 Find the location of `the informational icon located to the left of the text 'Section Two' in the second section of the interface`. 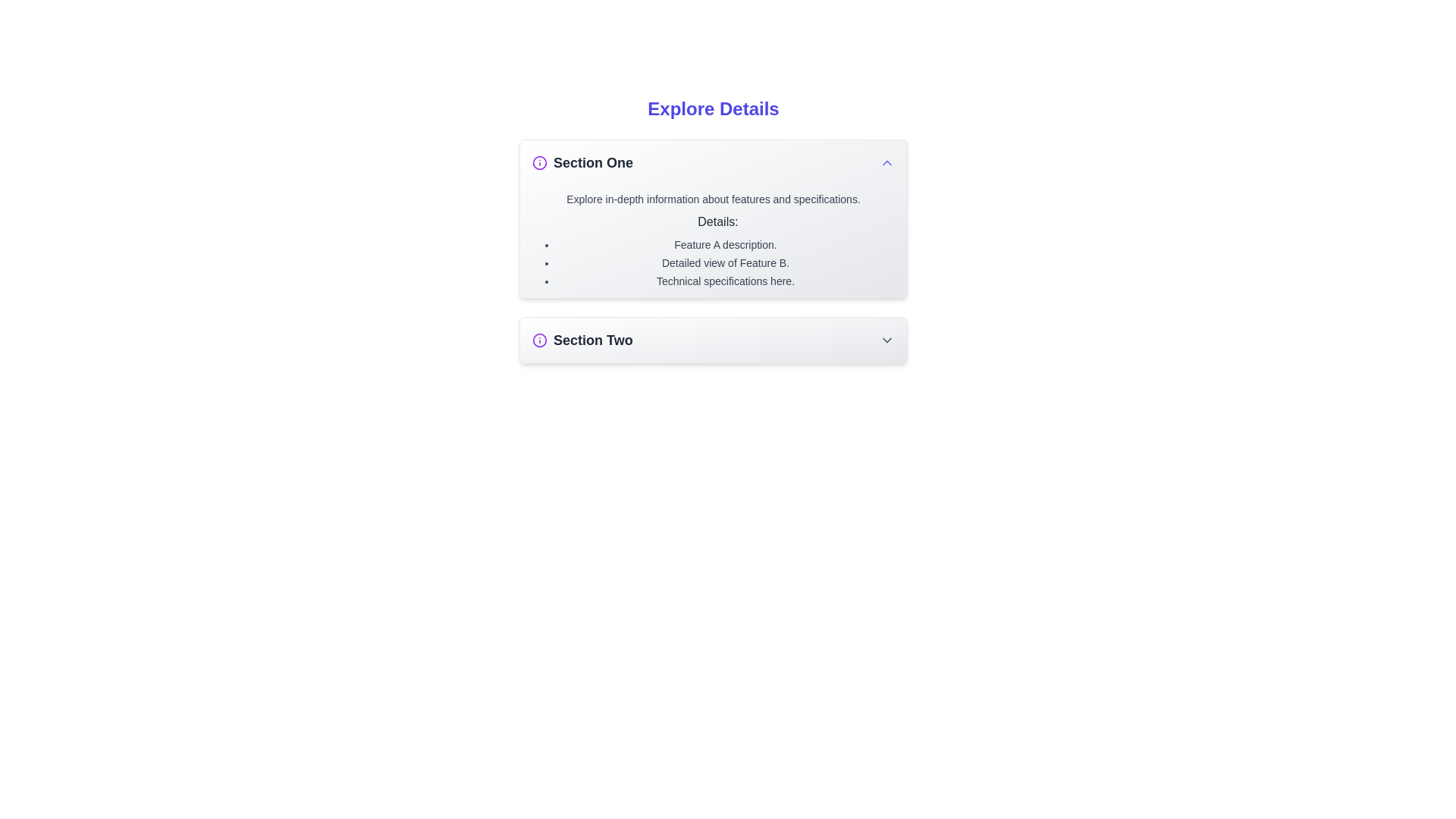

the informational icon located to the left of the text 'Section Two' in the second section of the interface is located at coordinates (539, 339).